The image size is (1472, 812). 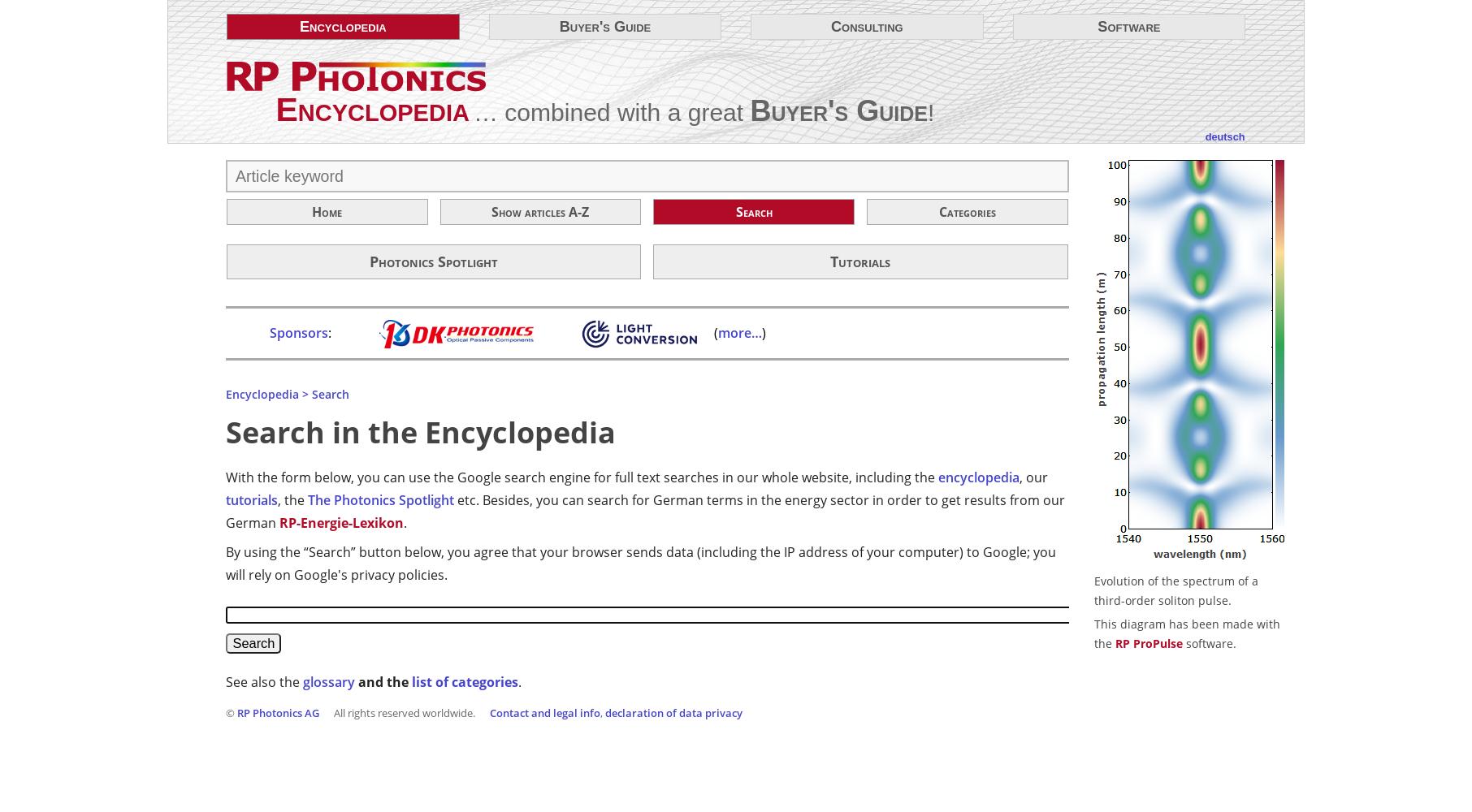 I want to click on 'Photonics Spotlight', so click(x=433, y=261).